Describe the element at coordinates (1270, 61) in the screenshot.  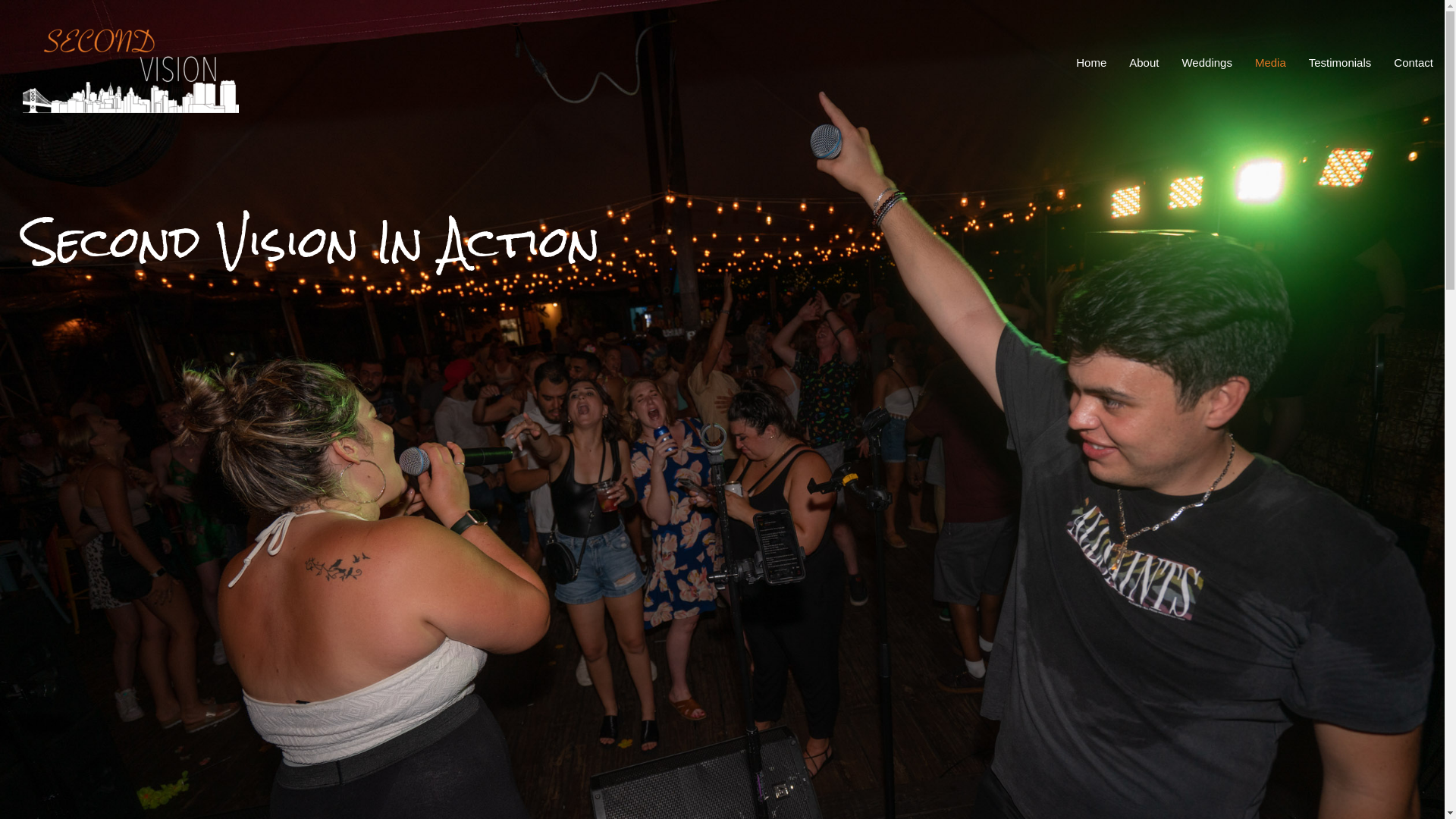
I see `'Media'` at that location.